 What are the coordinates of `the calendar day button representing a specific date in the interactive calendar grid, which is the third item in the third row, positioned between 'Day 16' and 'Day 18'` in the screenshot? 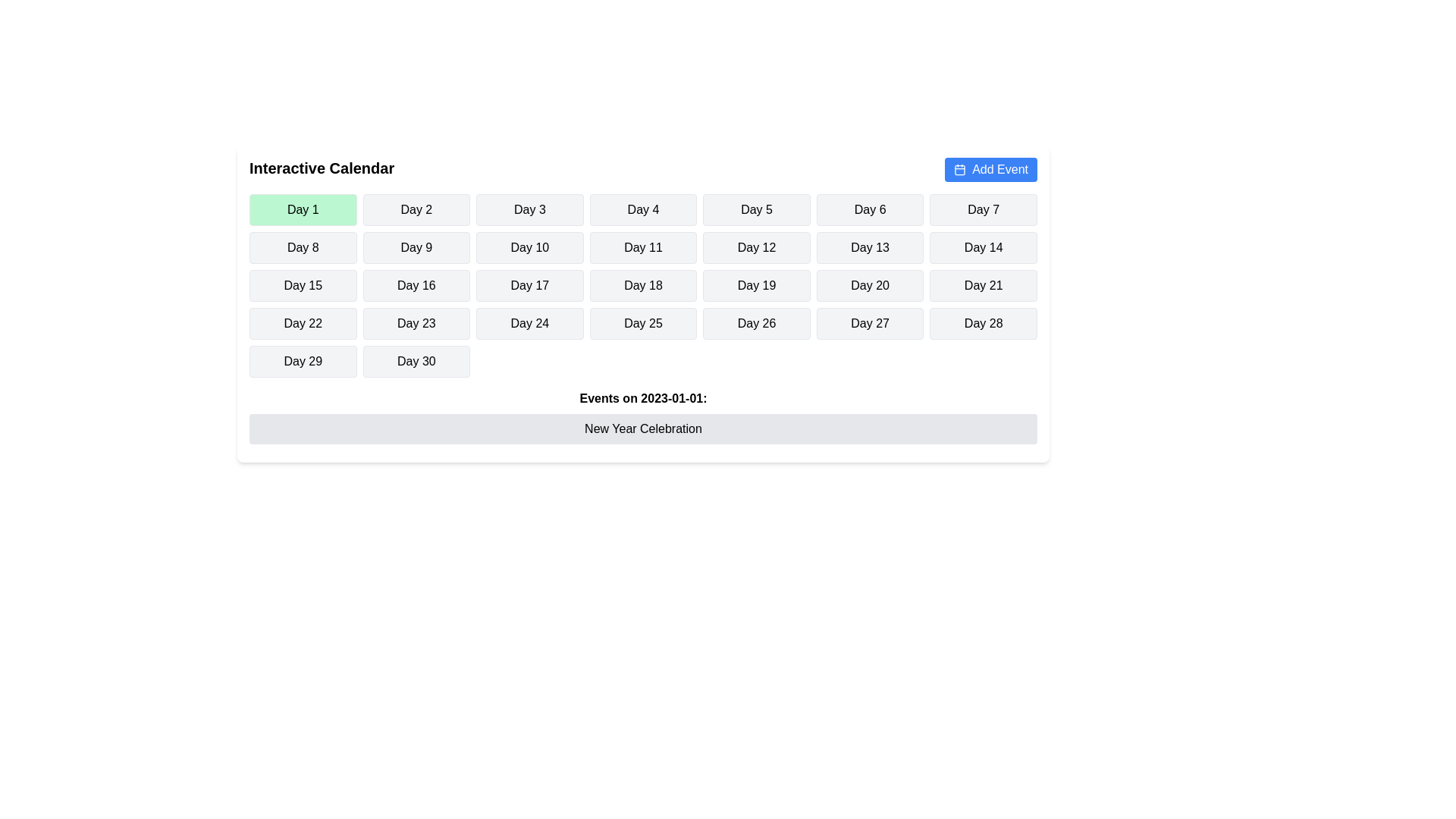 It's located at (529, 286).